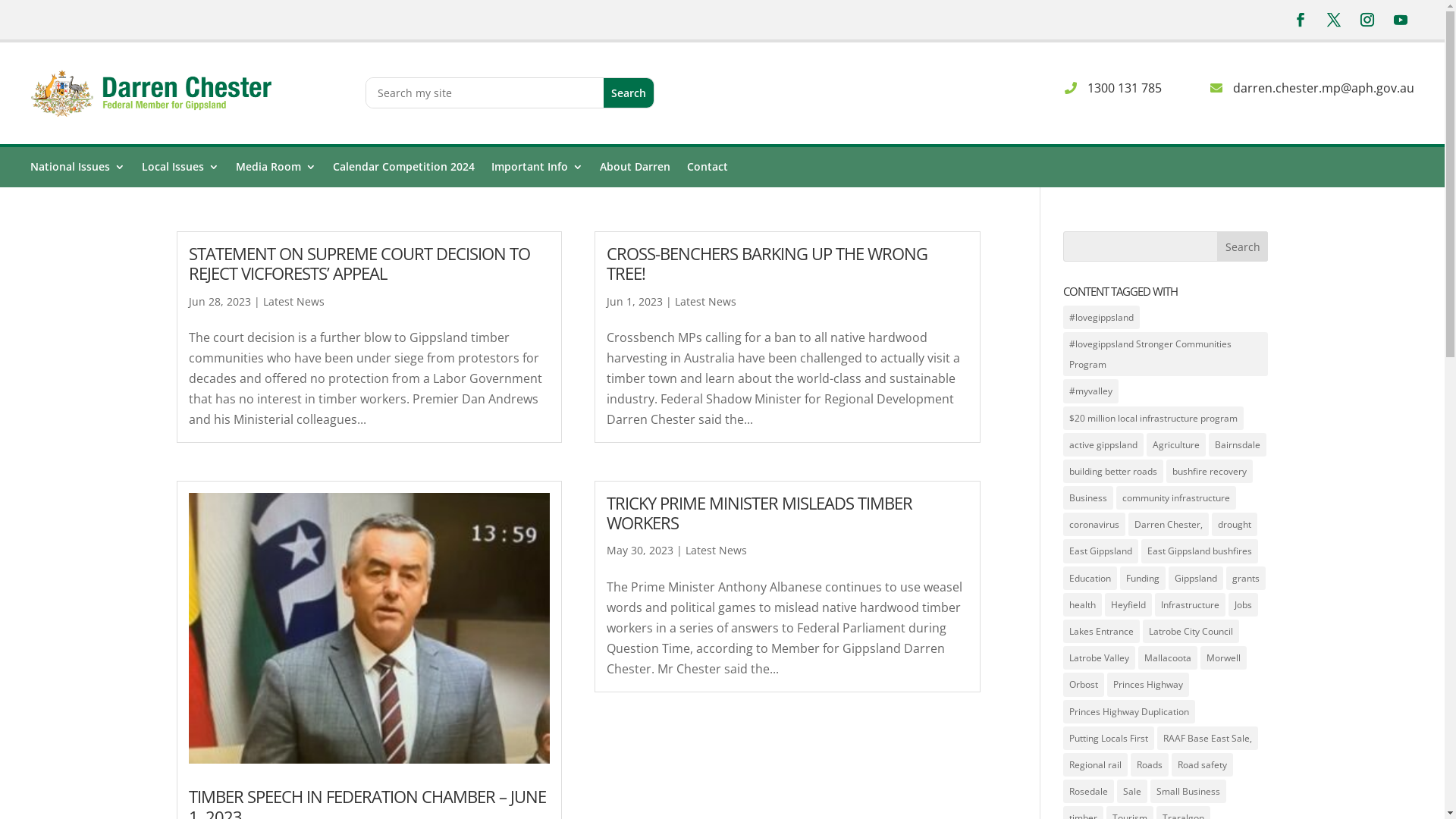 The width and height of the screenshot is (1456, 819). Describe the element at coordinates (1175, 497) in the screenshot. I see `'community infrastructure'` at that location.